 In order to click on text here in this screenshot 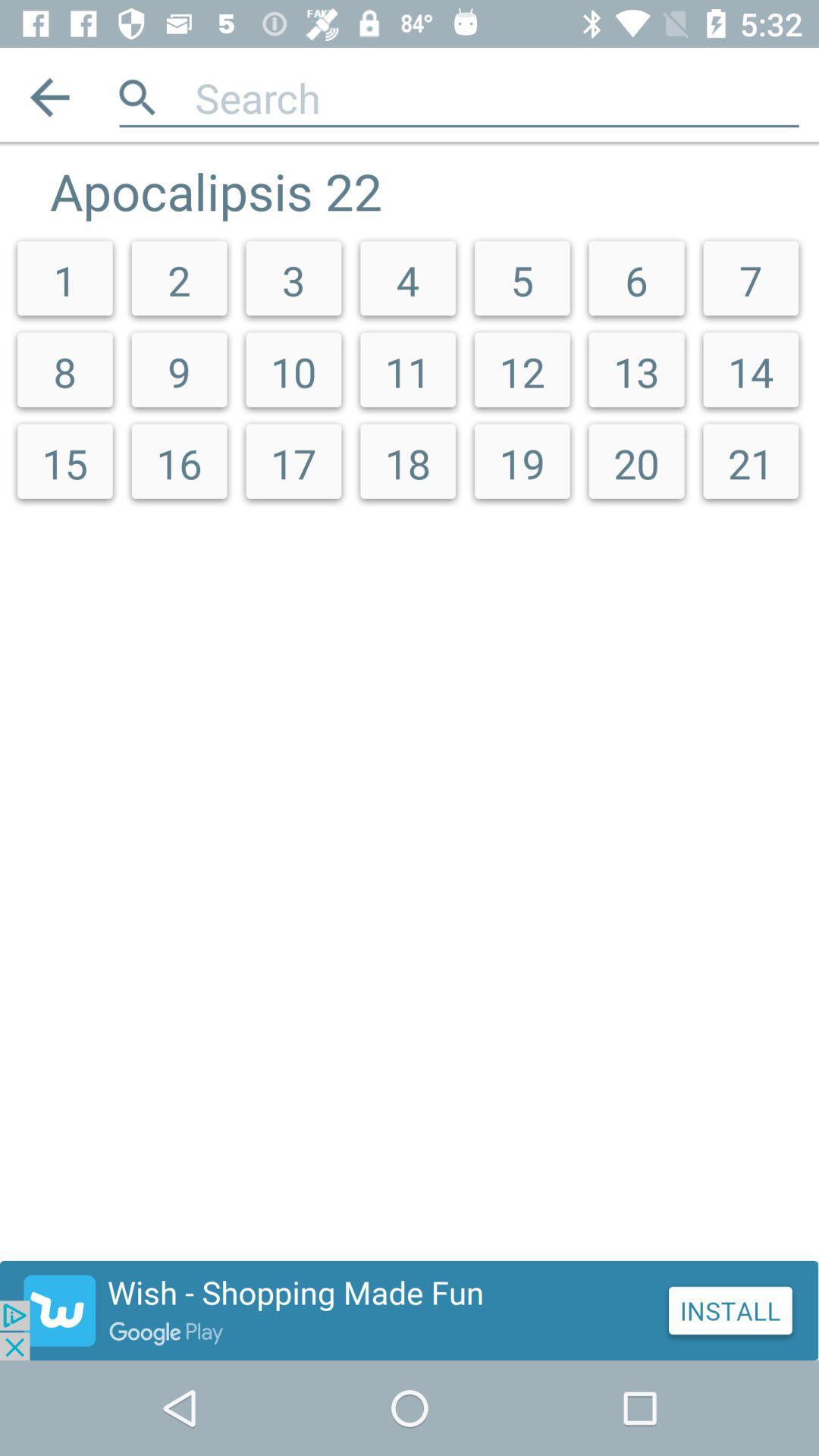, I will do `click(497, 96)`.